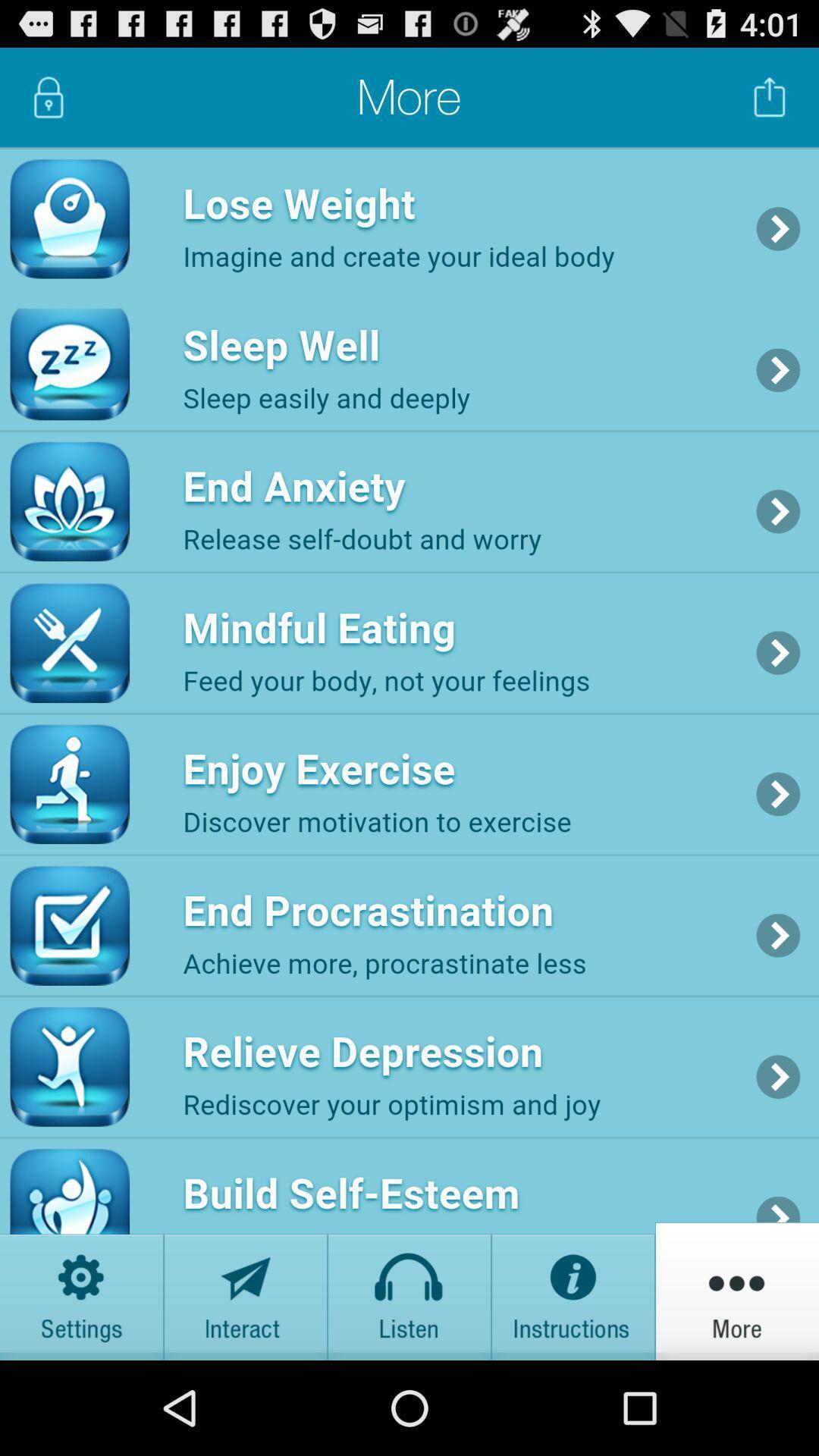  I want to click on cog wheel button is settings, so click(82, 1290).